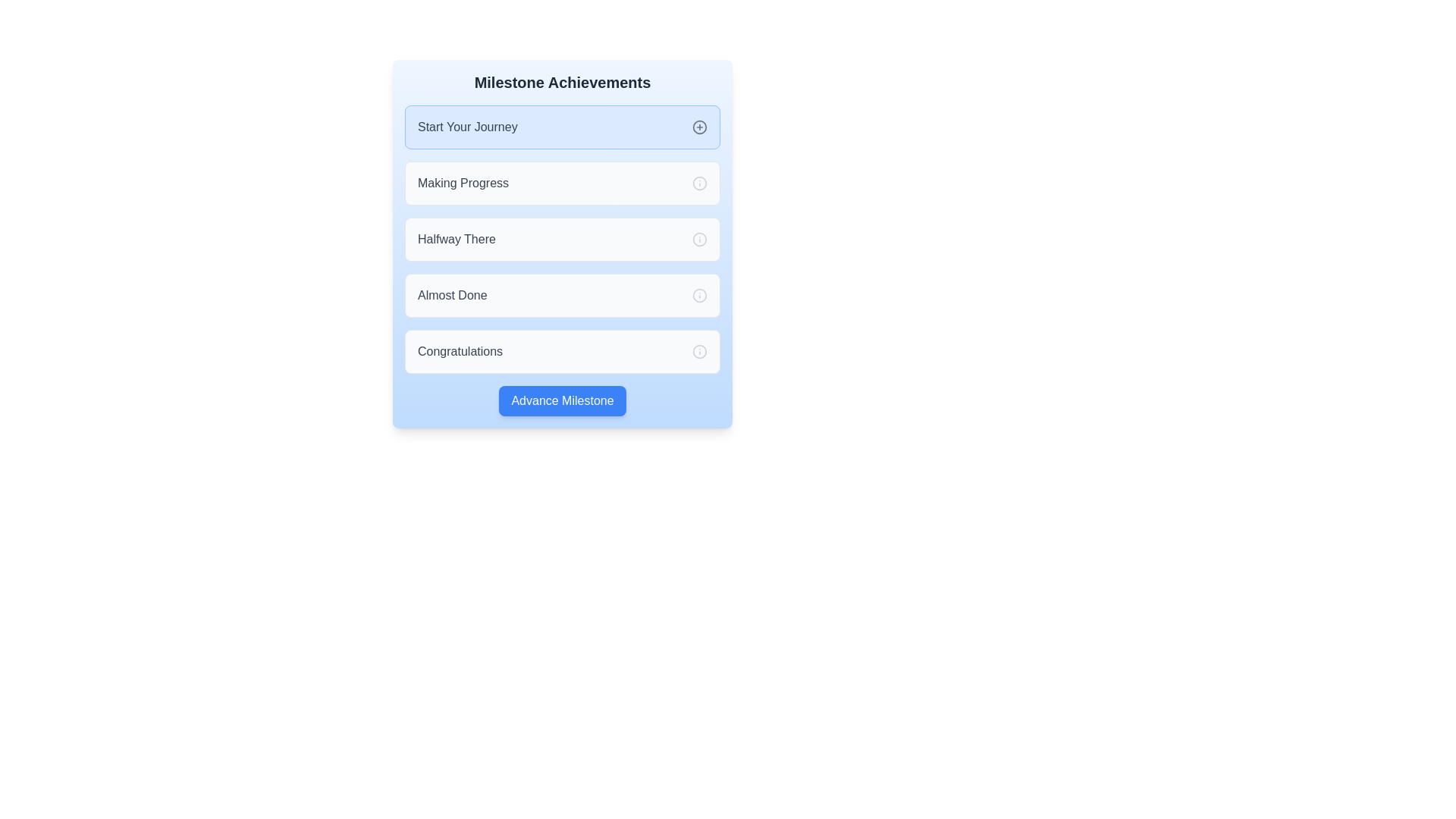 The width and height of the screenshot is (1456, 819). What do you see at coordinates (698, 127) in the screenshot?
I see `the circular gray plus icon` at bounding box center [698, 127].